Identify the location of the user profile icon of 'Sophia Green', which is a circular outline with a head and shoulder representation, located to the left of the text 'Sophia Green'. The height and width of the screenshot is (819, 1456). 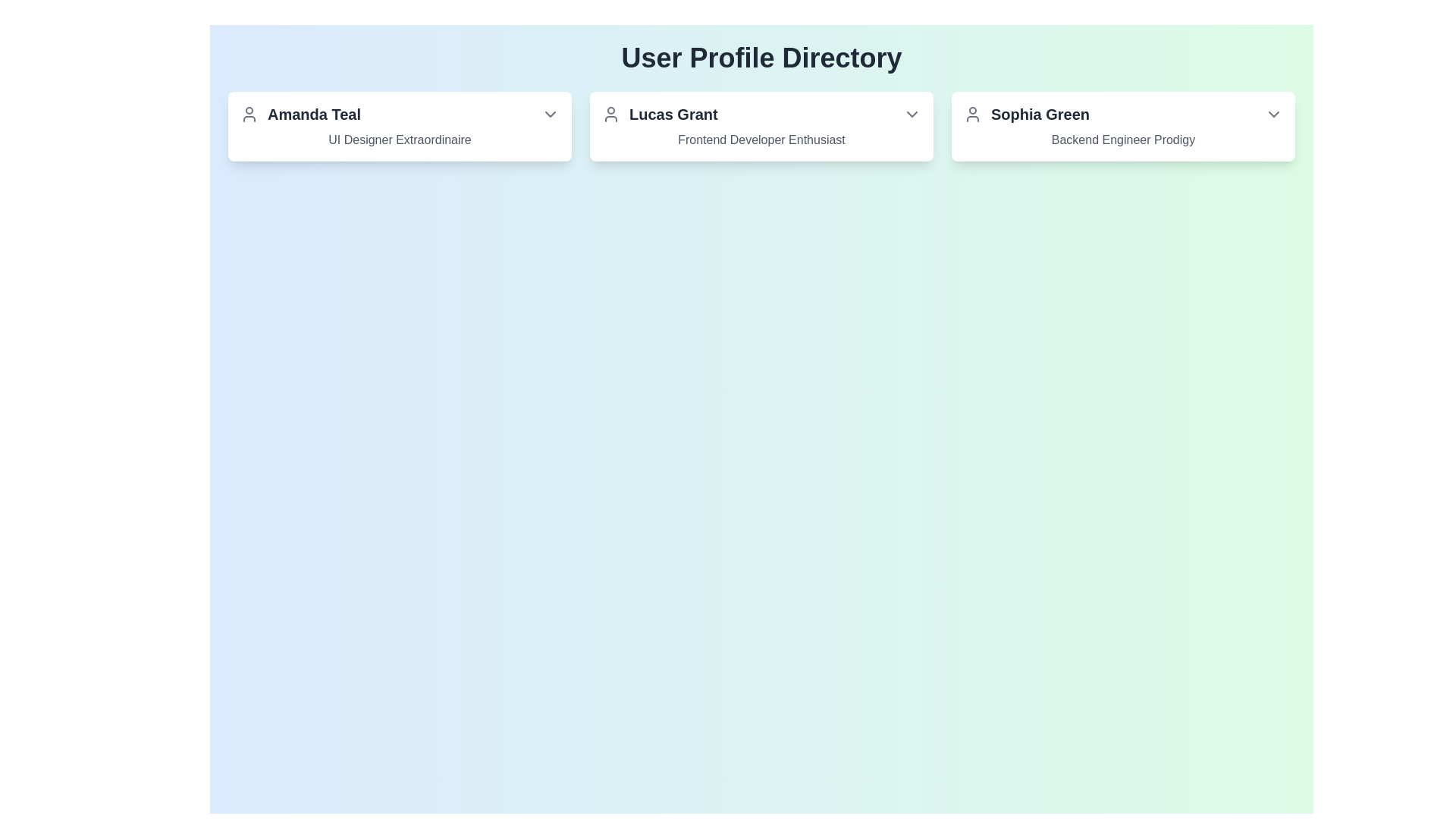
(972, 113).